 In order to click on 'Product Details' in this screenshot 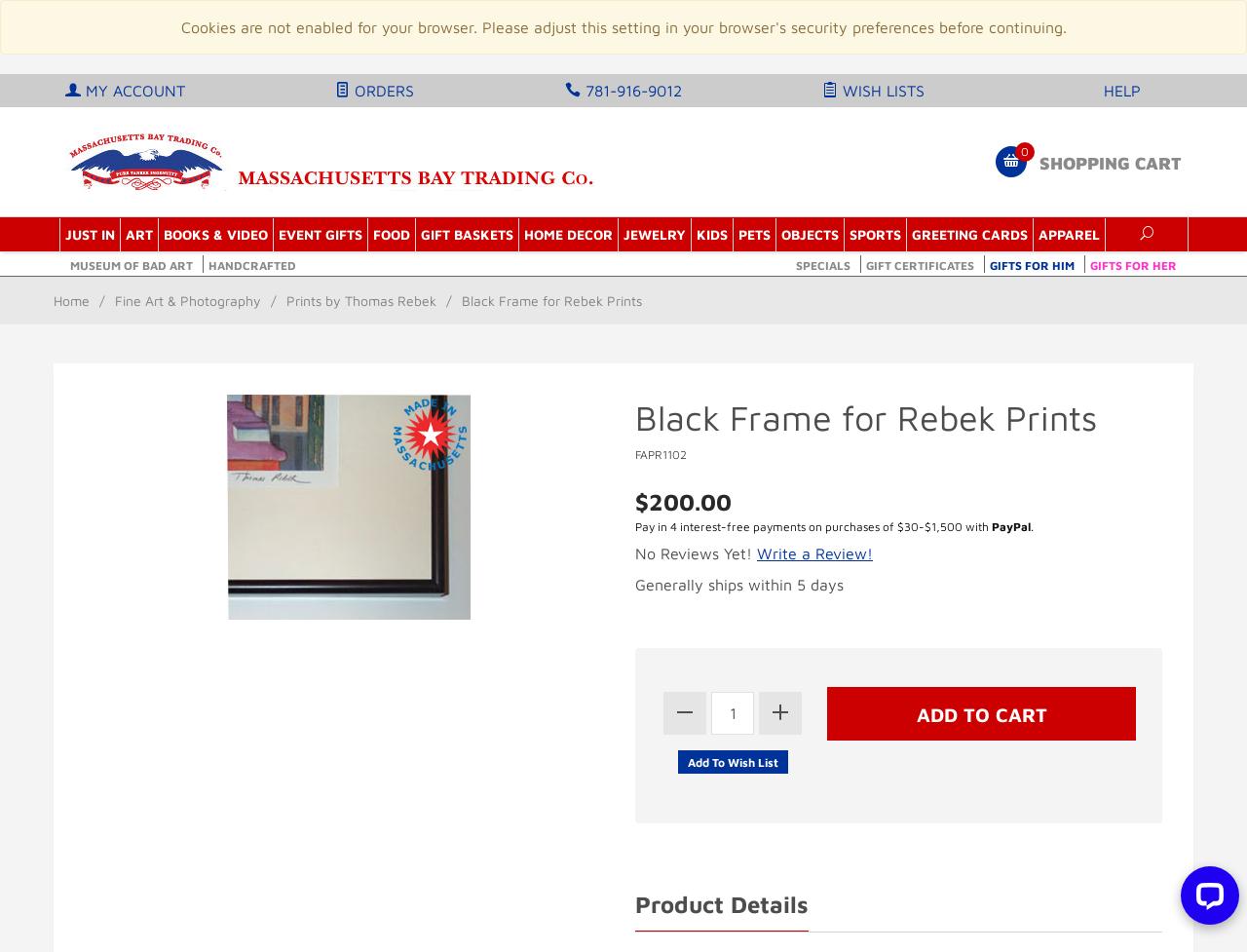, I will do `click(720, 901)`.